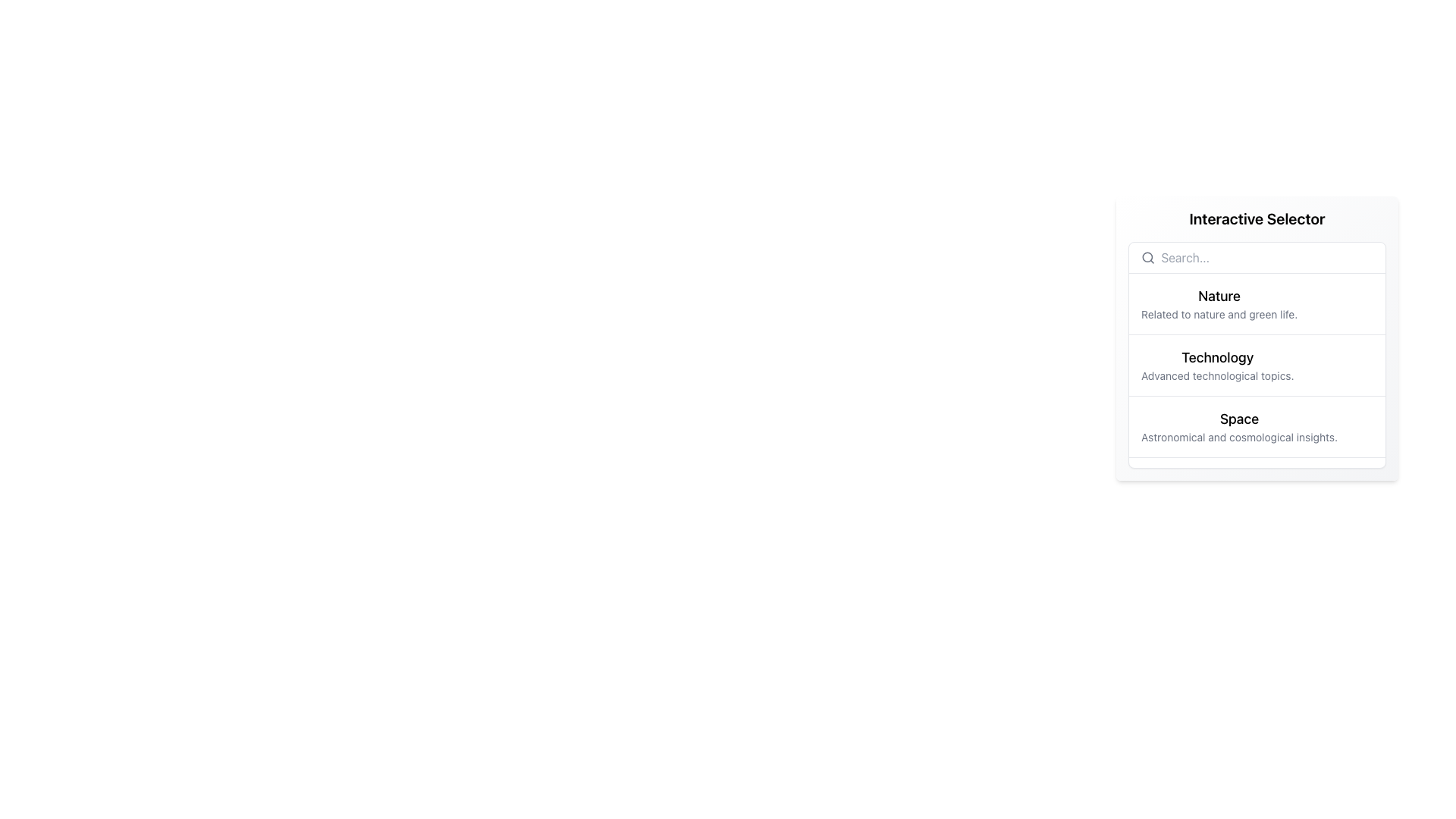 The image size is (1456, 819). Describe the element at coordinates (1257, 337) in the screenshot. I see `the 'Technology' entry in the interactive list` at that location.